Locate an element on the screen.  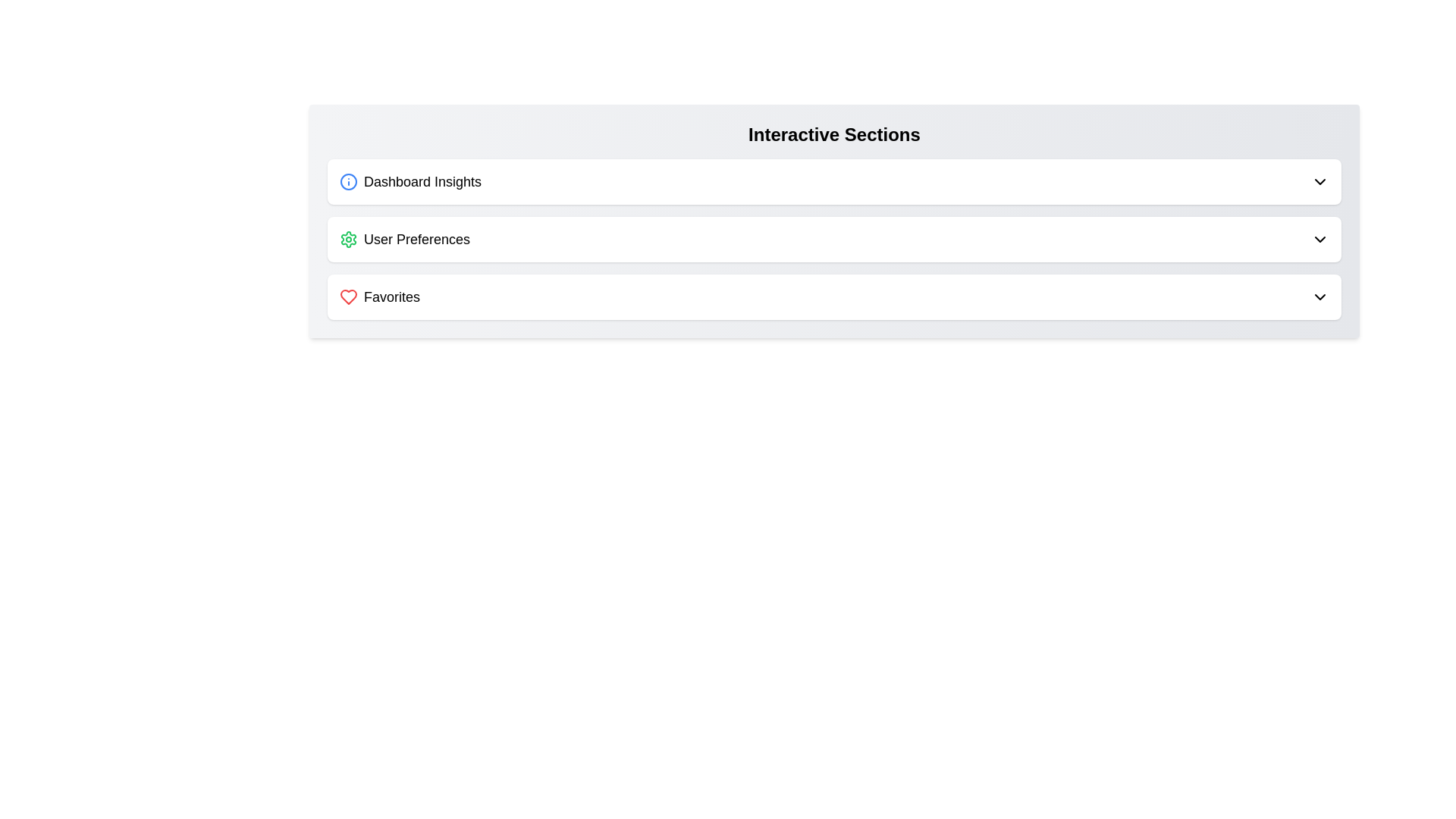
the Chevron Dropdown Icon located on the far-right side within the 'Favorites' section is located at coordinates (1319, 297).